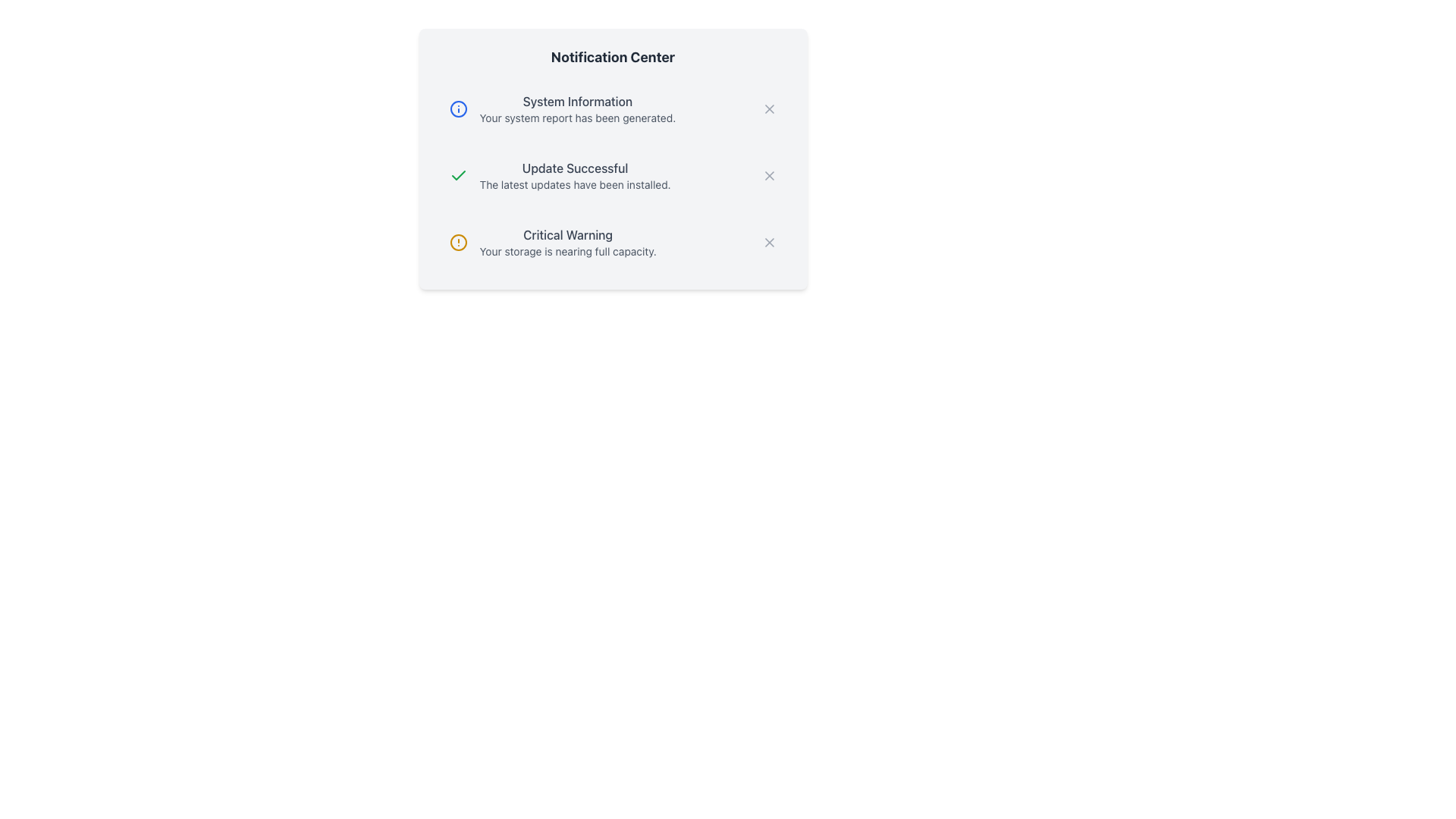 This screenshot has width=1456, height=819. I want to click on the 'X' icon button located in the top-right corner of the notification card, so click(769, 174).